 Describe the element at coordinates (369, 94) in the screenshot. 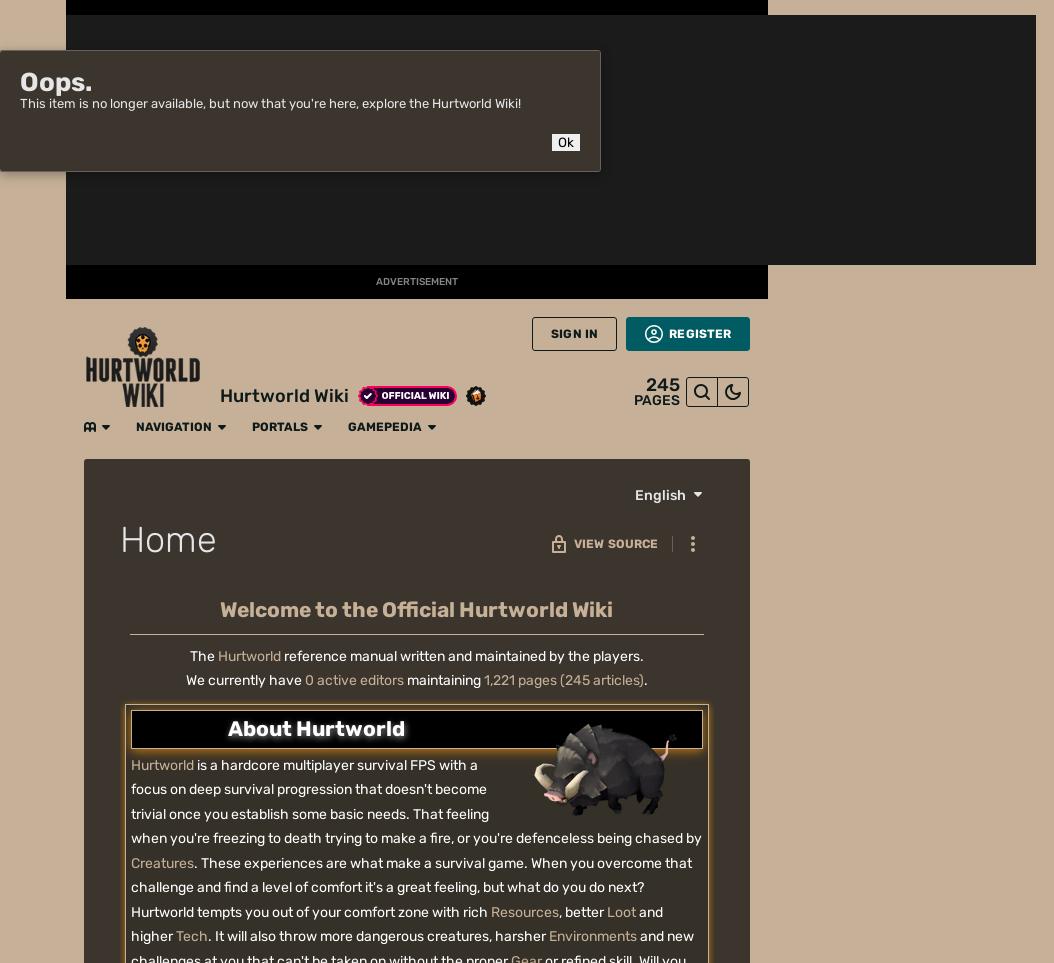

I see `'Modding'` at that location.